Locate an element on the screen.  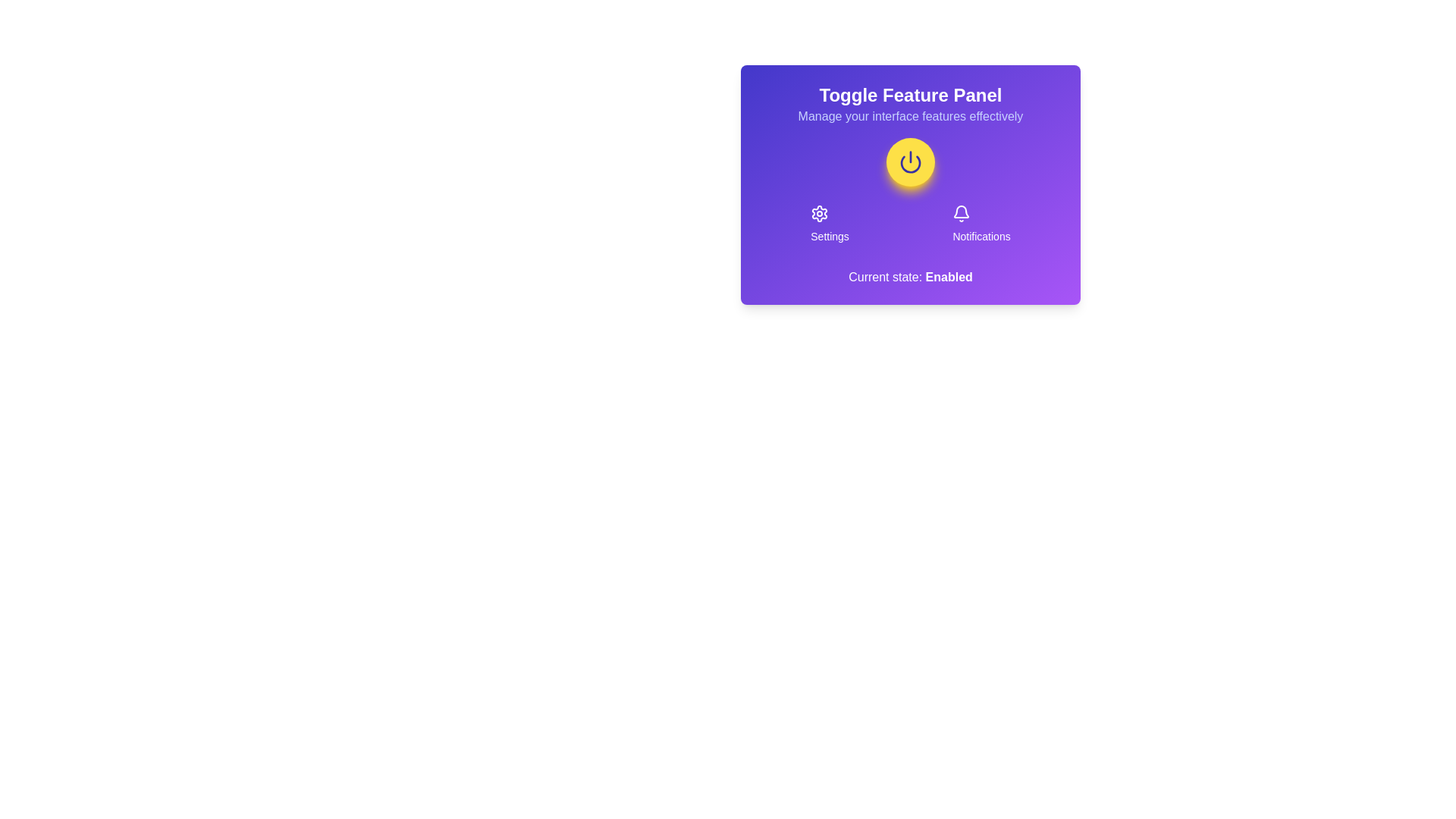
the notifications icon located in the right section of the purple panel is located at coordinates (961, 212).